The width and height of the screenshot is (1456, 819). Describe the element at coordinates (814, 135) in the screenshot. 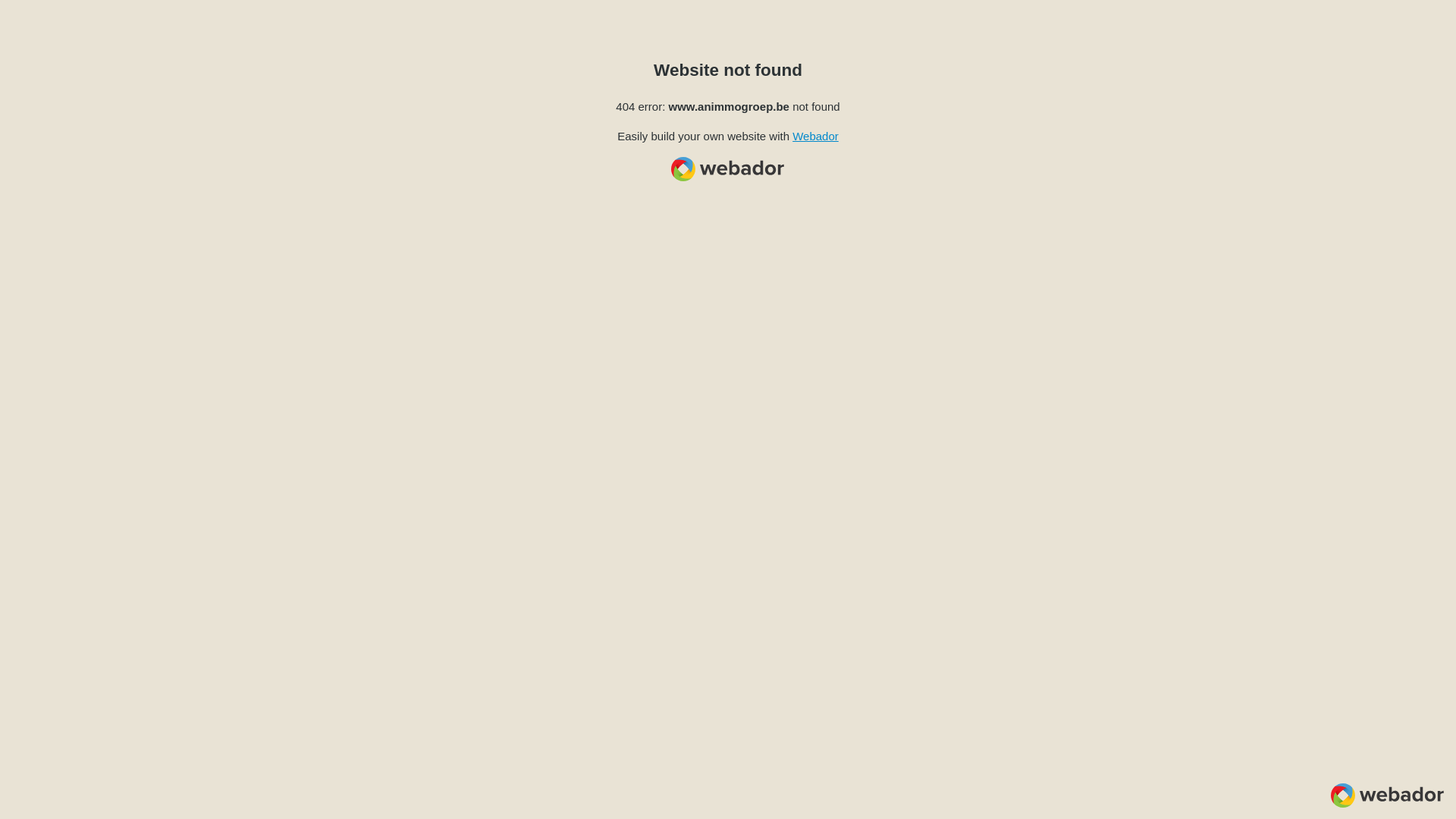

I see `'Webador'` at that location.